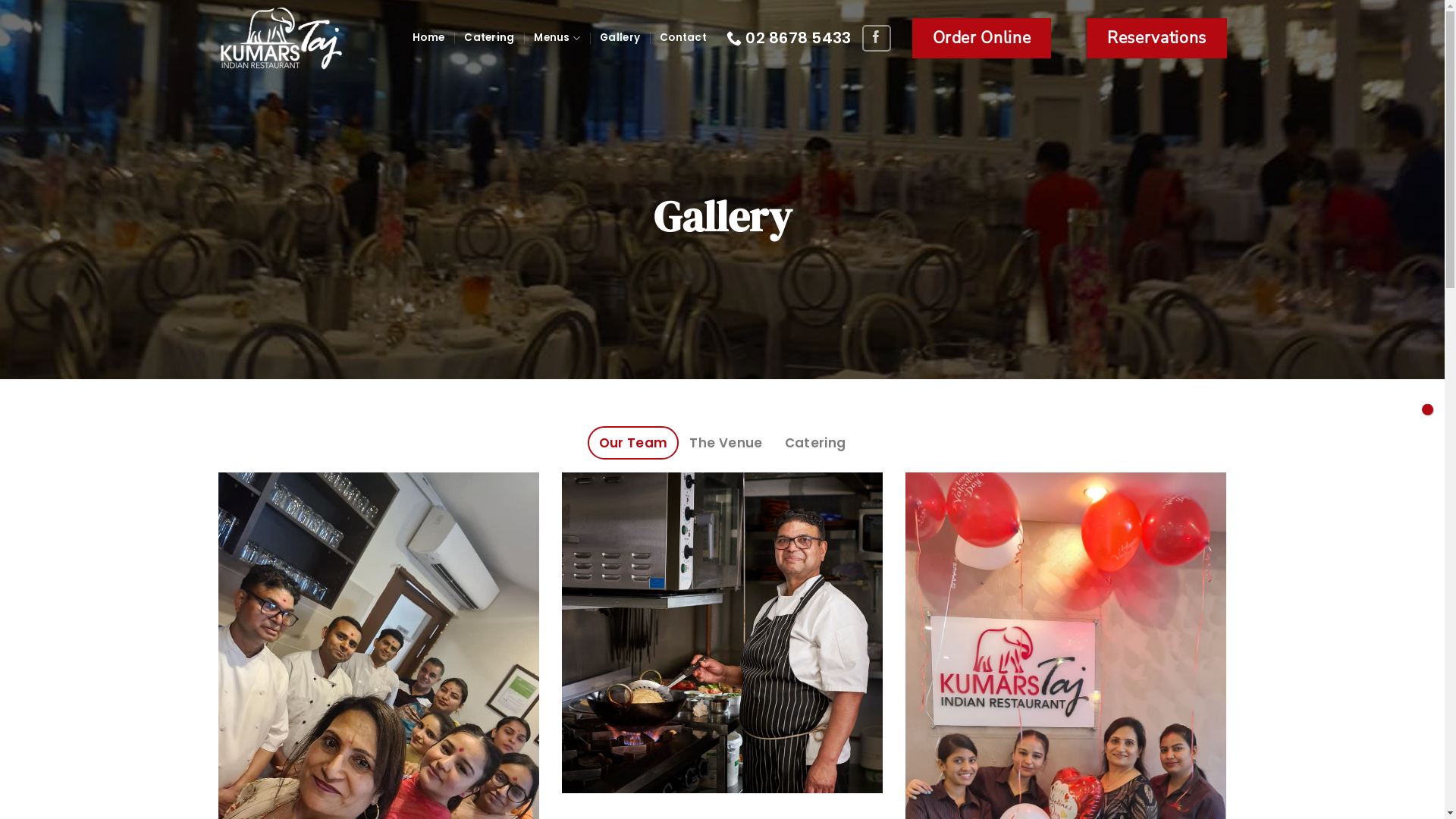  I want to click on 'Gallery', so click(599, 37).